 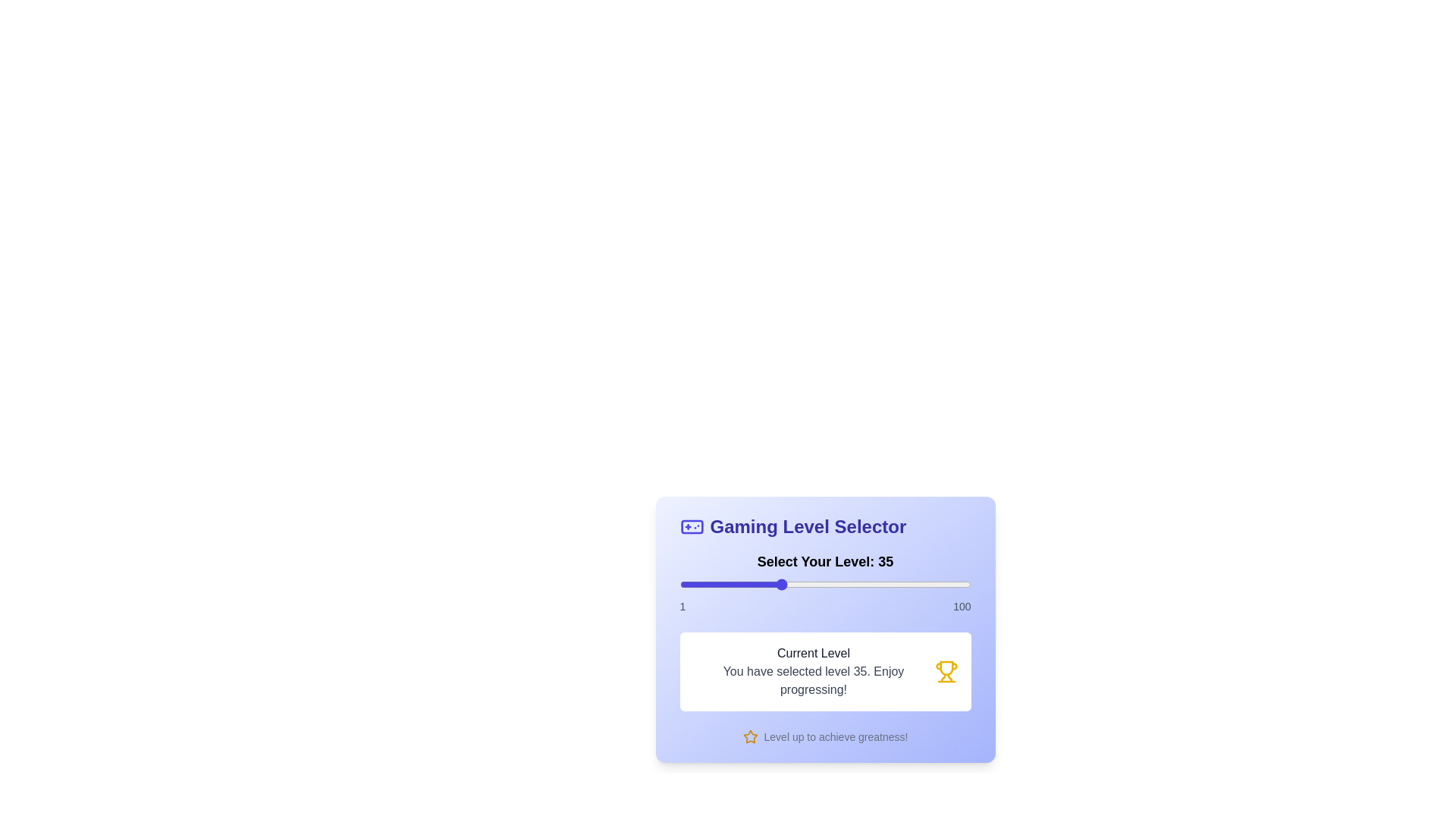 I want to click on the gaming level, so click(x=846, y=584).